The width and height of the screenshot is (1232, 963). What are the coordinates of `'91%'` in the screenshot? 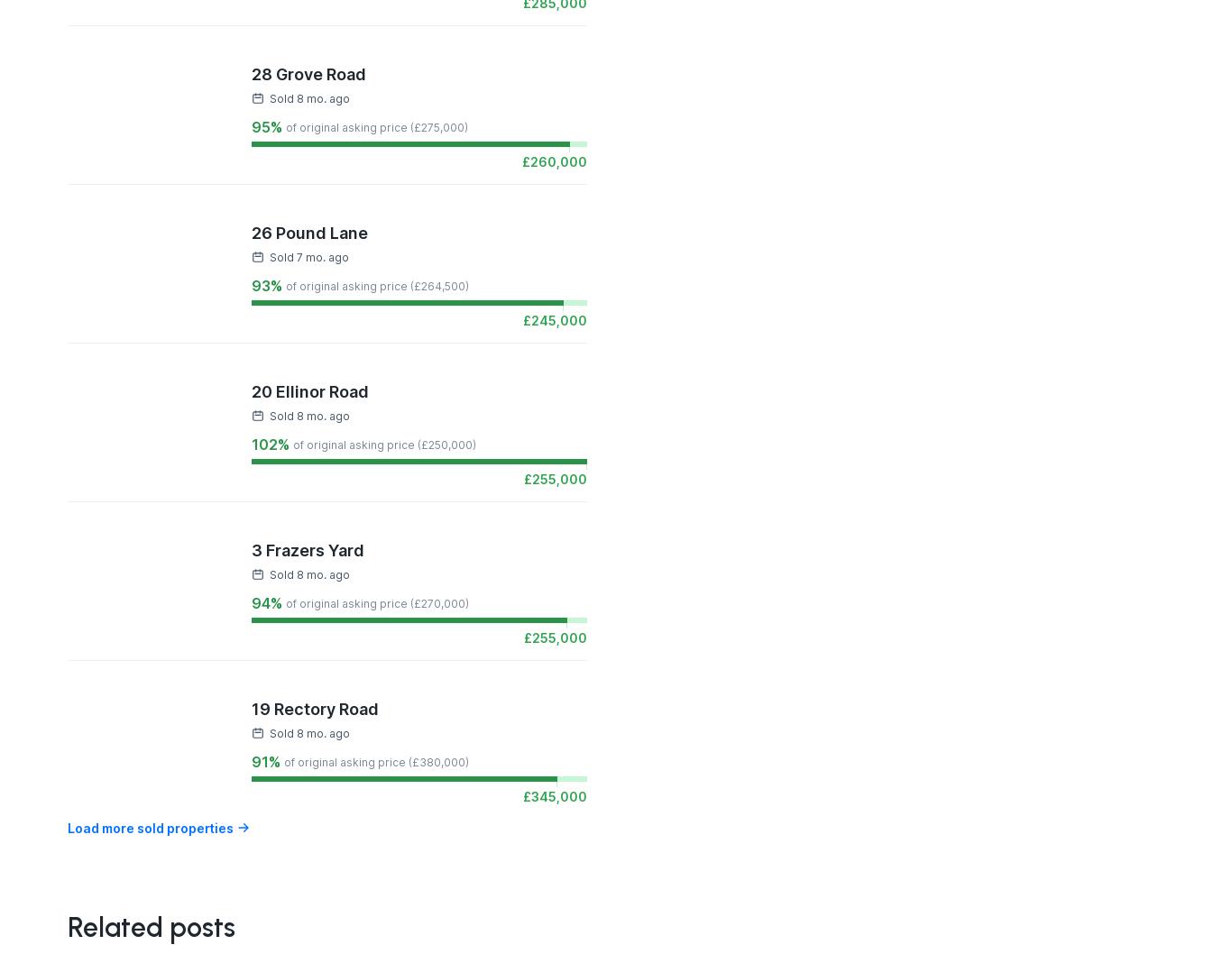 It's located at (266, 760).